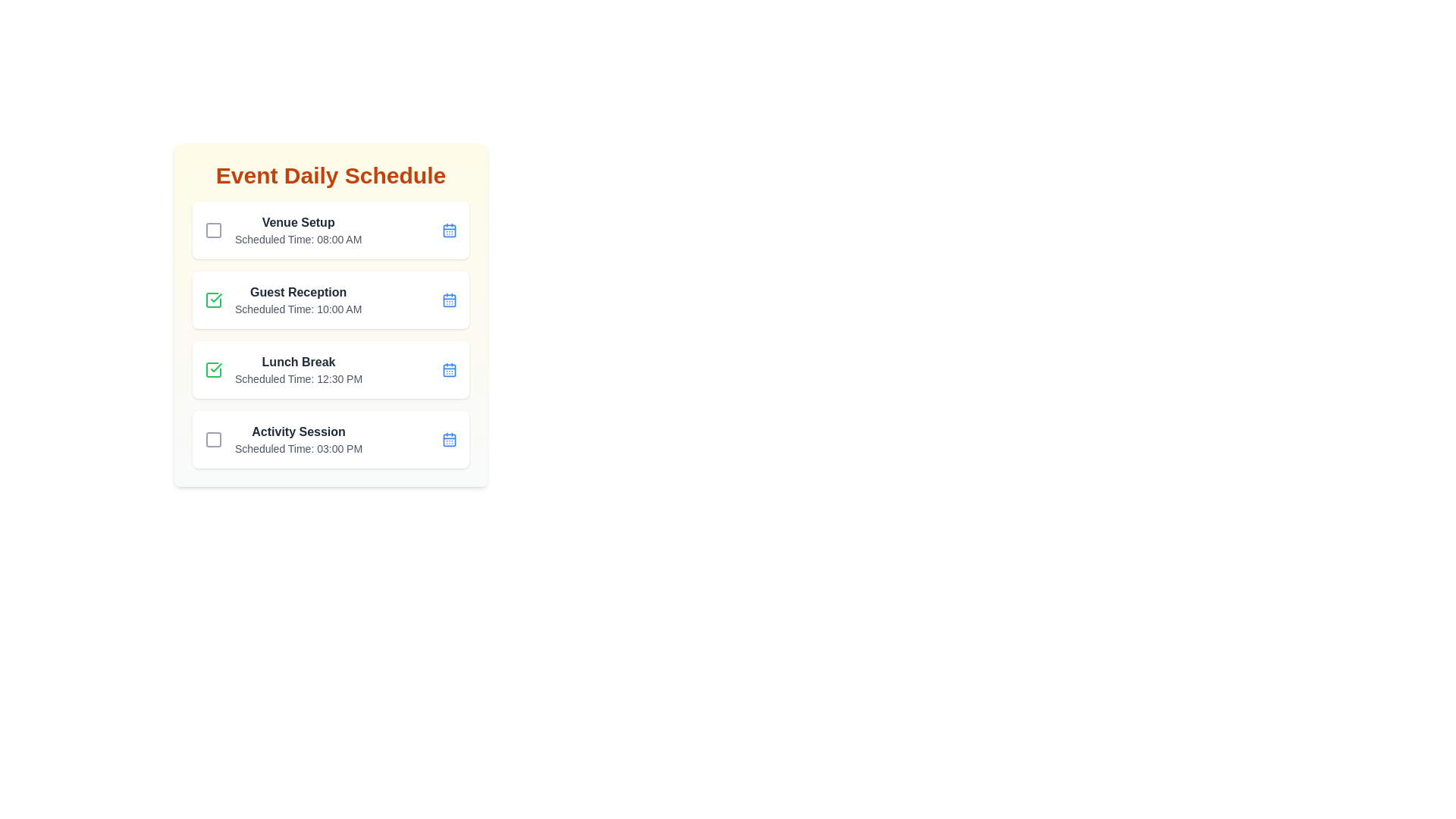  What do you see at coordinates (449, 300) in the screenshot?
I see `the calendar icon for the task Guest Reception` at bounding box center [449, 300].